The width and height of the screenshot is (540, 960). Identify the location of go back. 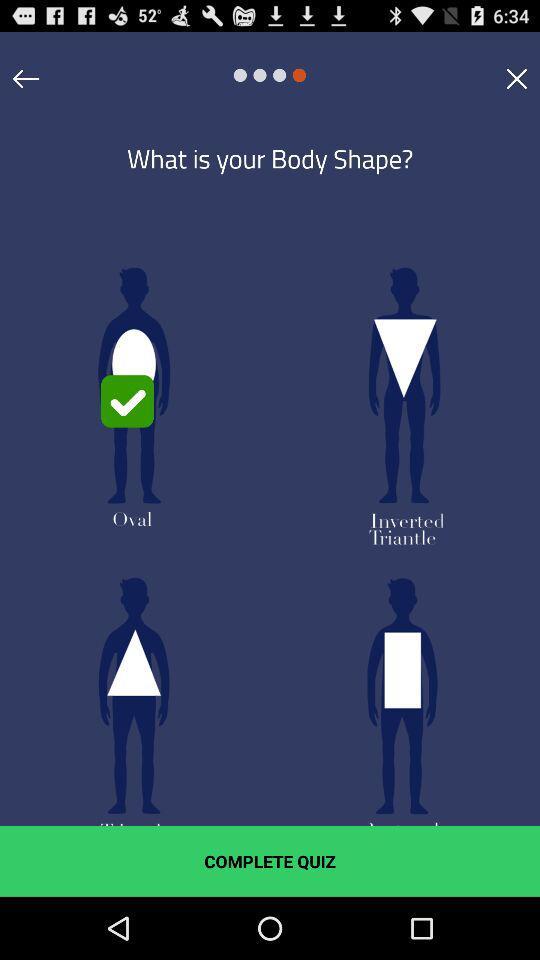
(25, 78).